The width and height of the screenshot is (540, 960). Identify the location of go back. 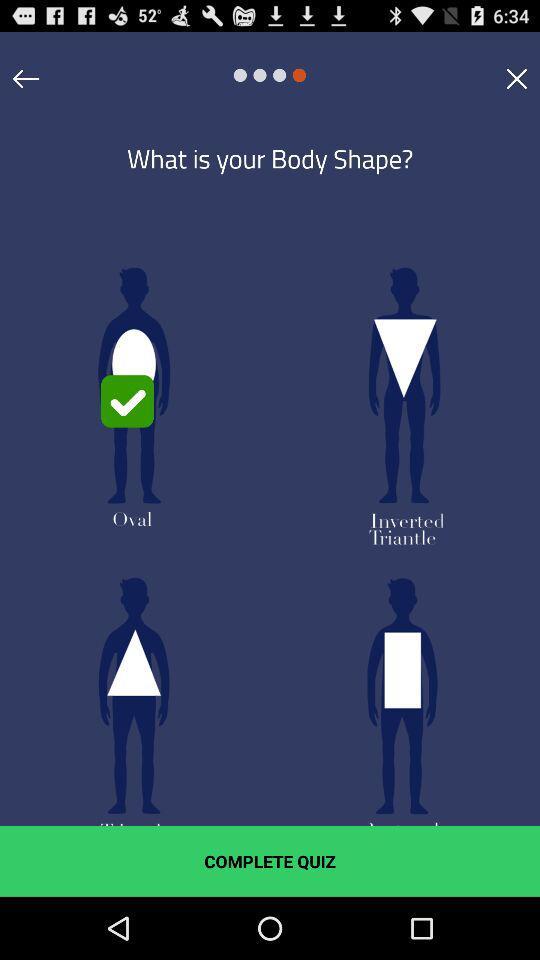
(25, 78).